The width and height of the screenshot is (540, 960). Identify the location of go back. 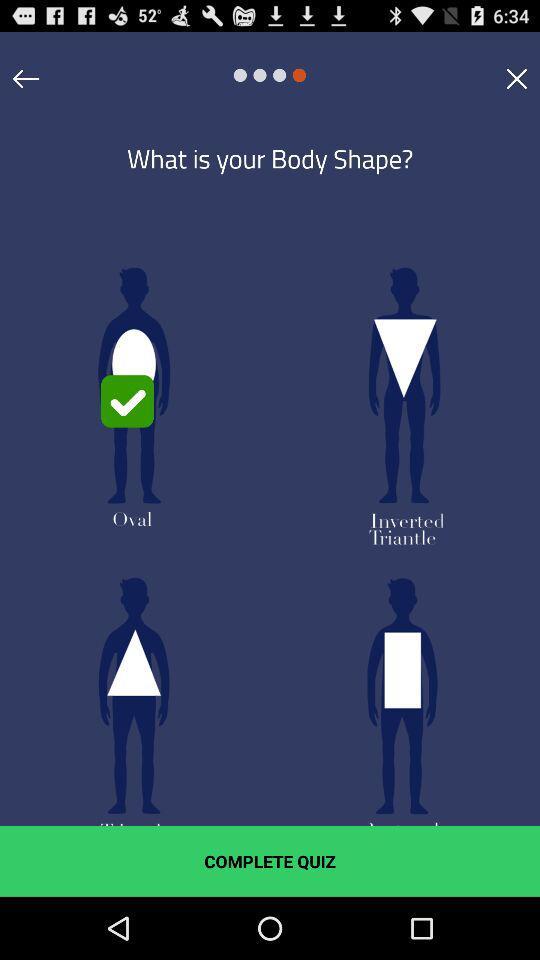
(25, 78).